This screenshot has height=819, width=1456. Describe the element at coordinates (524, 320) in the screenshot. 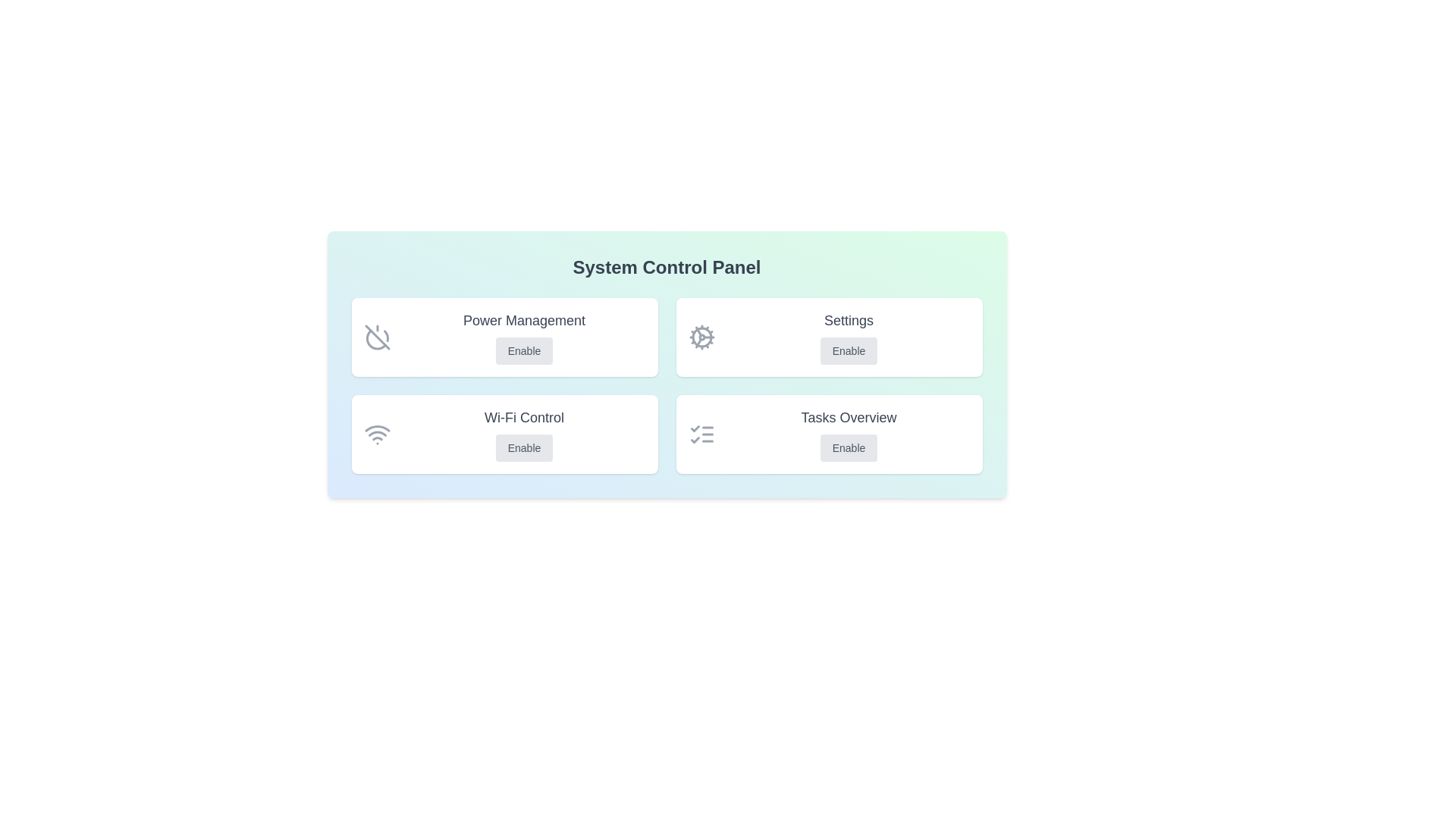

I see `the text label that describes power management functionality, located above the 'Enable' button and next to the associated icon` at that location.